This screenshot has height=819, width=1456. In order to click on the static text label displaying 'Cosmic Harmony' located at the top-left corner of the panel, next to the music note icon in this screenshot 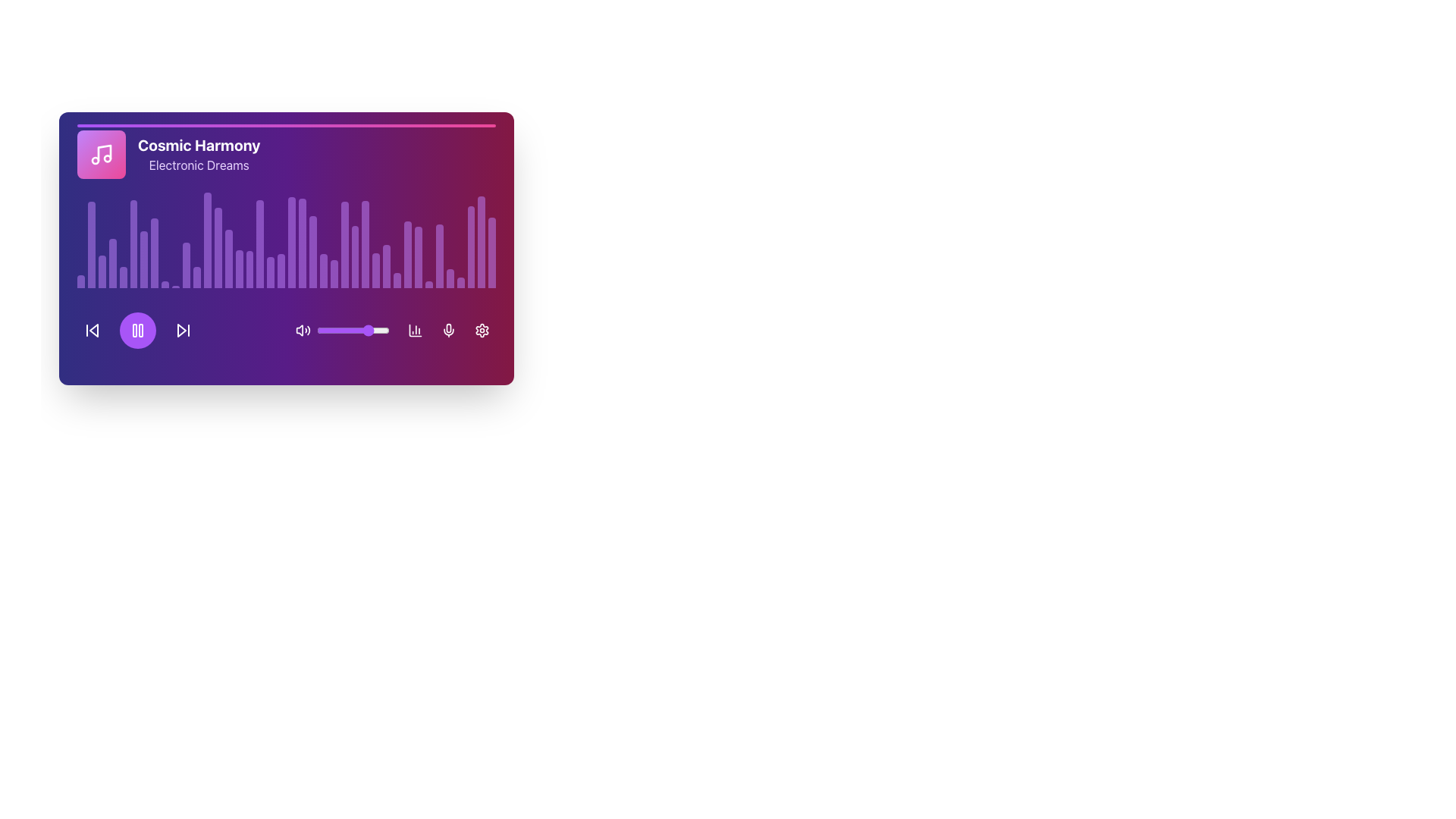, I will do `click(198, 146)`.